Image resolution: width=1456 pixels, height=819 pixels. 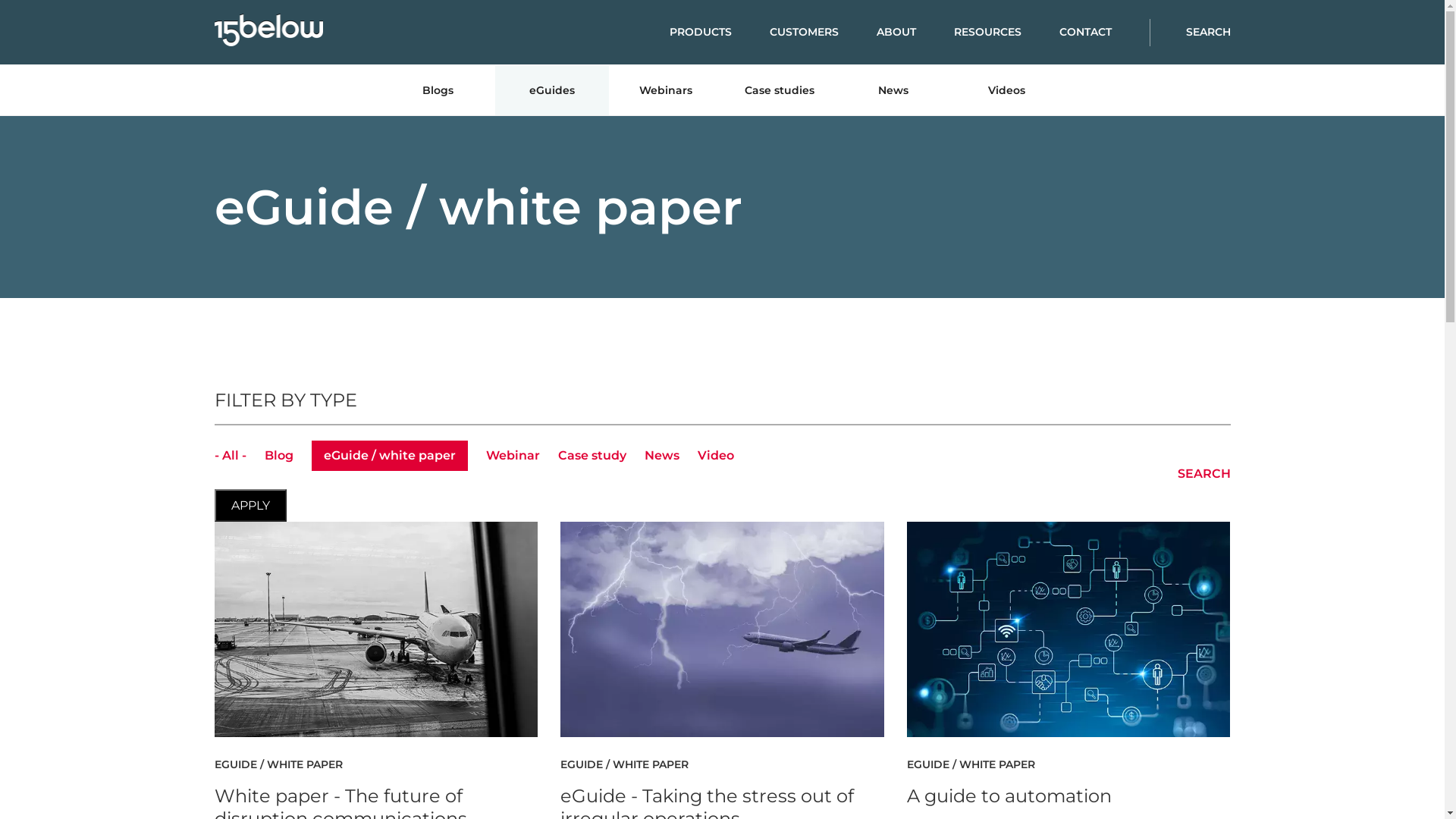 I want to click on 'Blog', so click(x=263, y=454).